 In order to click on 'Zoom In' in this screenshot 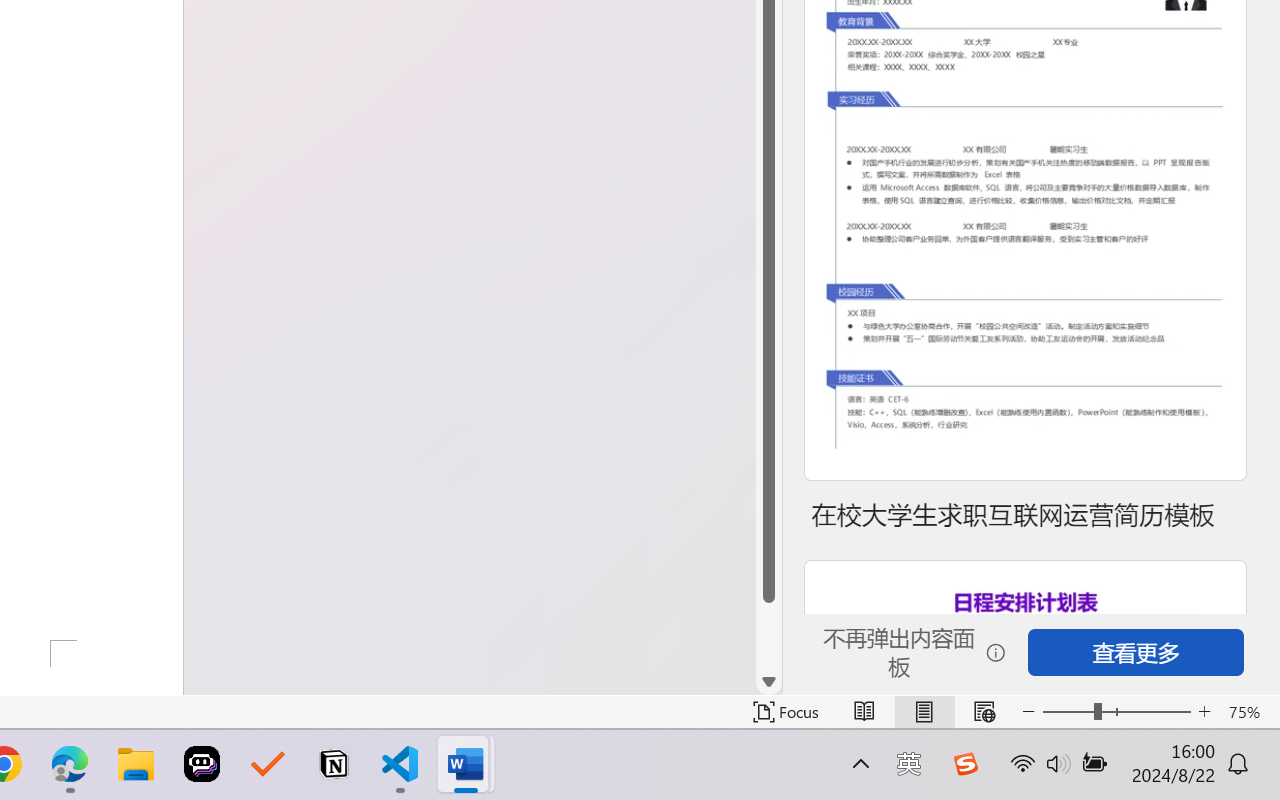, I will do `click(1204, 711)`.